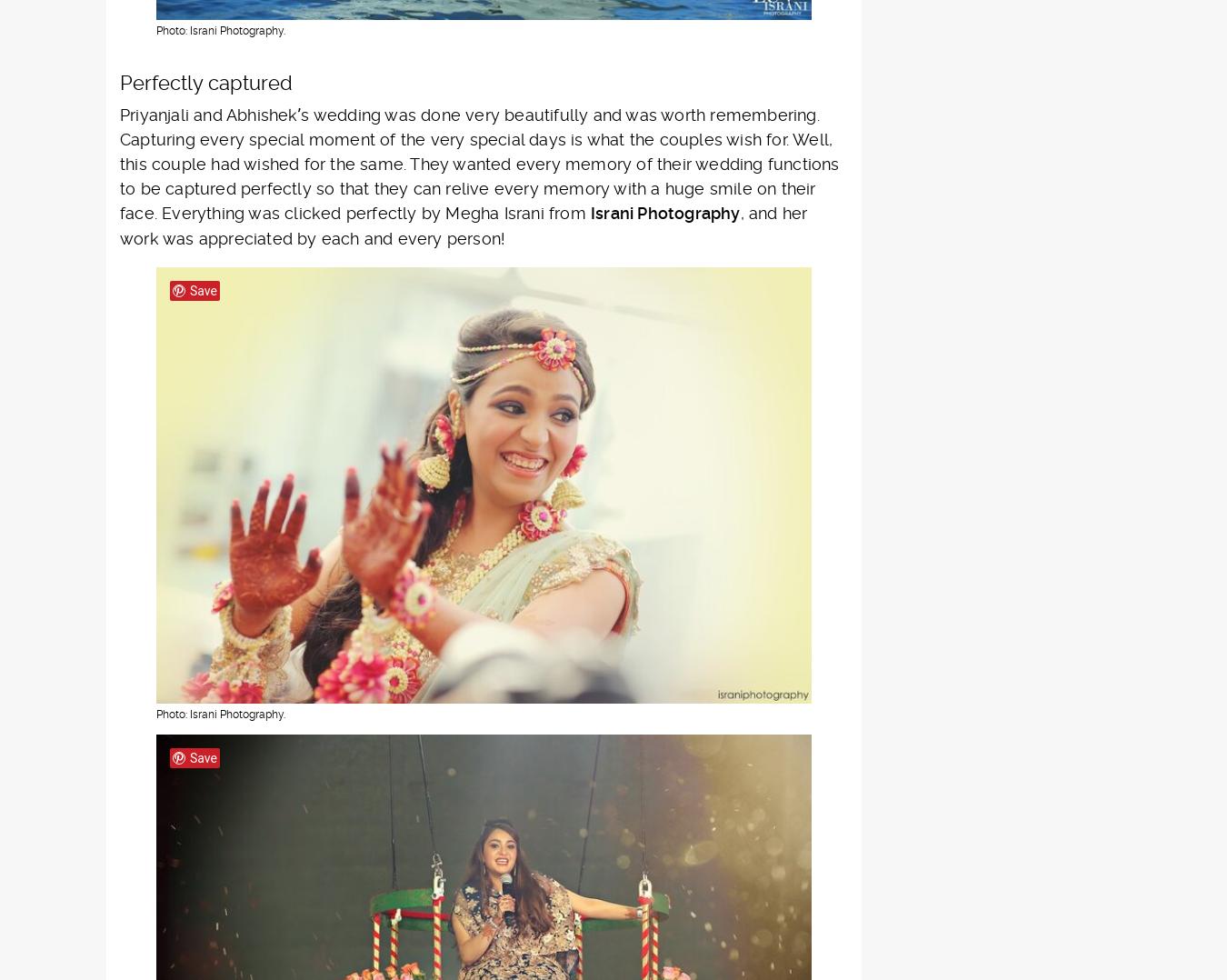  I want to click on 'Top wedding photography of Gujarat', so click(900, 283).